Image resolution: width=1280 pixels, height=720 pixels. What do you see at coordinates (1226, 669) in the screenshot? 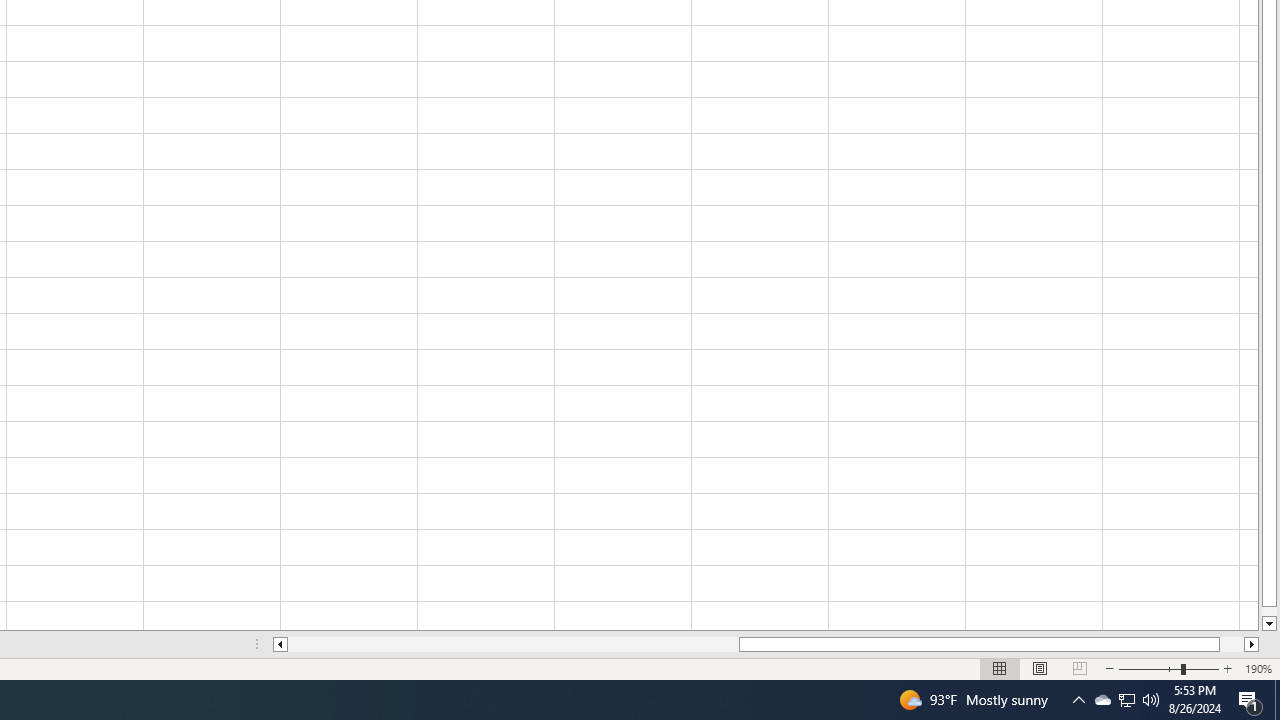
I see `'Zoom In'` at bounding box center [1226, 669].